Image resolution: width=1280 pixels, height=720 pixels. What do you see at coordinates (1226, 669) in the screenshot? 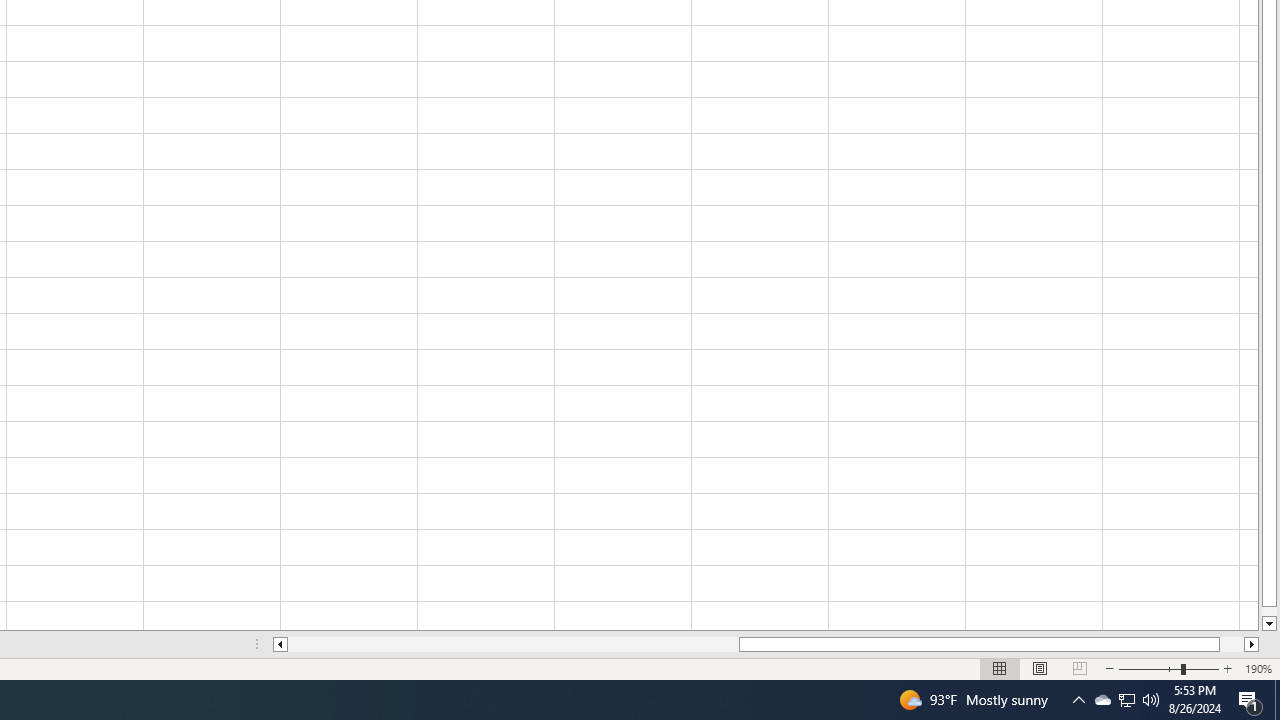
I see `'Zoom In'` at bounding box center [1226, 669].